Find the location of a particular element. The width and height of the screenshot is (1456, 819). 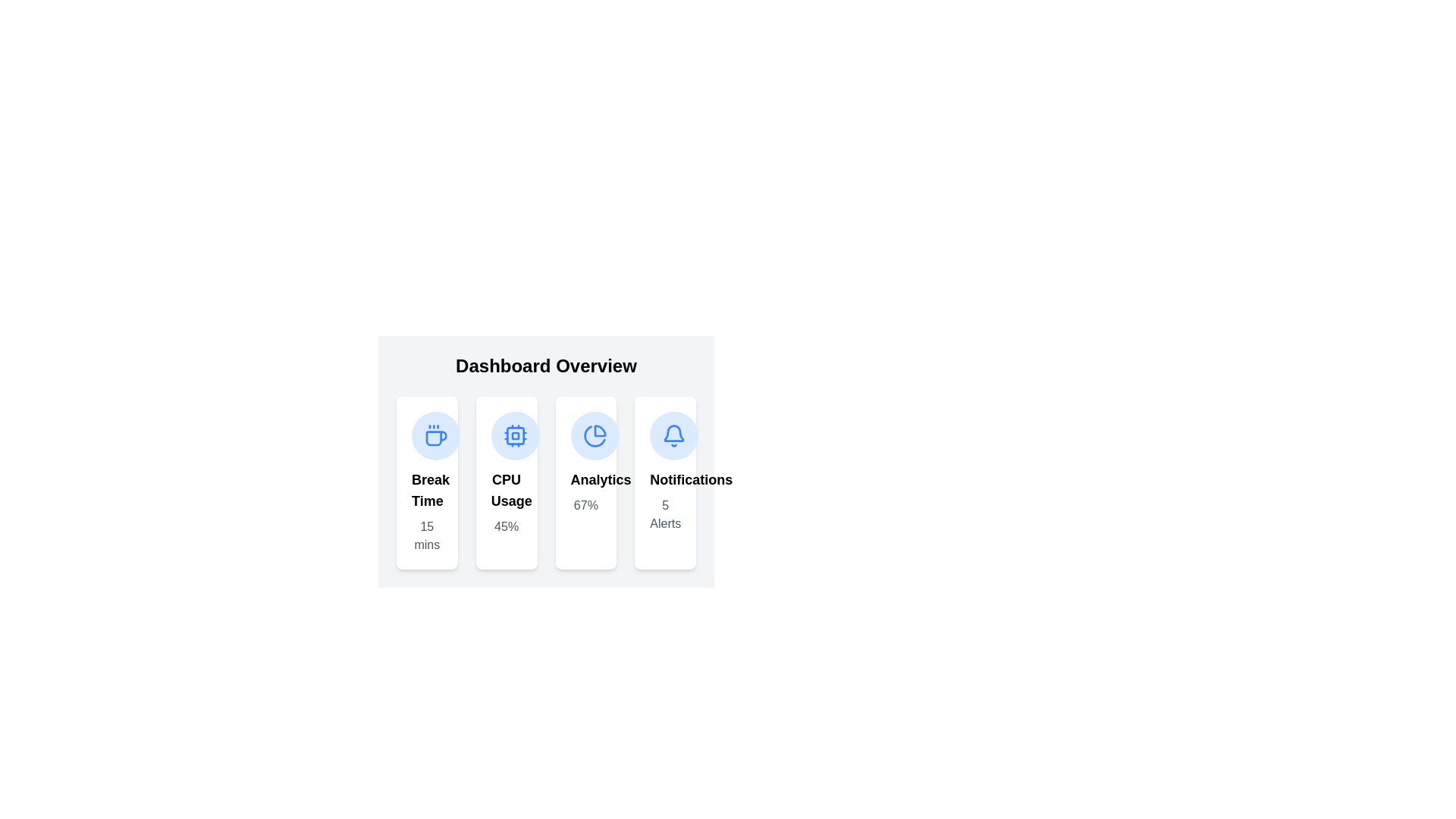

the notification icon located in the bottom-right corner of the dashboard card displaying 'Notifications' is located at coordinates (673, 433).